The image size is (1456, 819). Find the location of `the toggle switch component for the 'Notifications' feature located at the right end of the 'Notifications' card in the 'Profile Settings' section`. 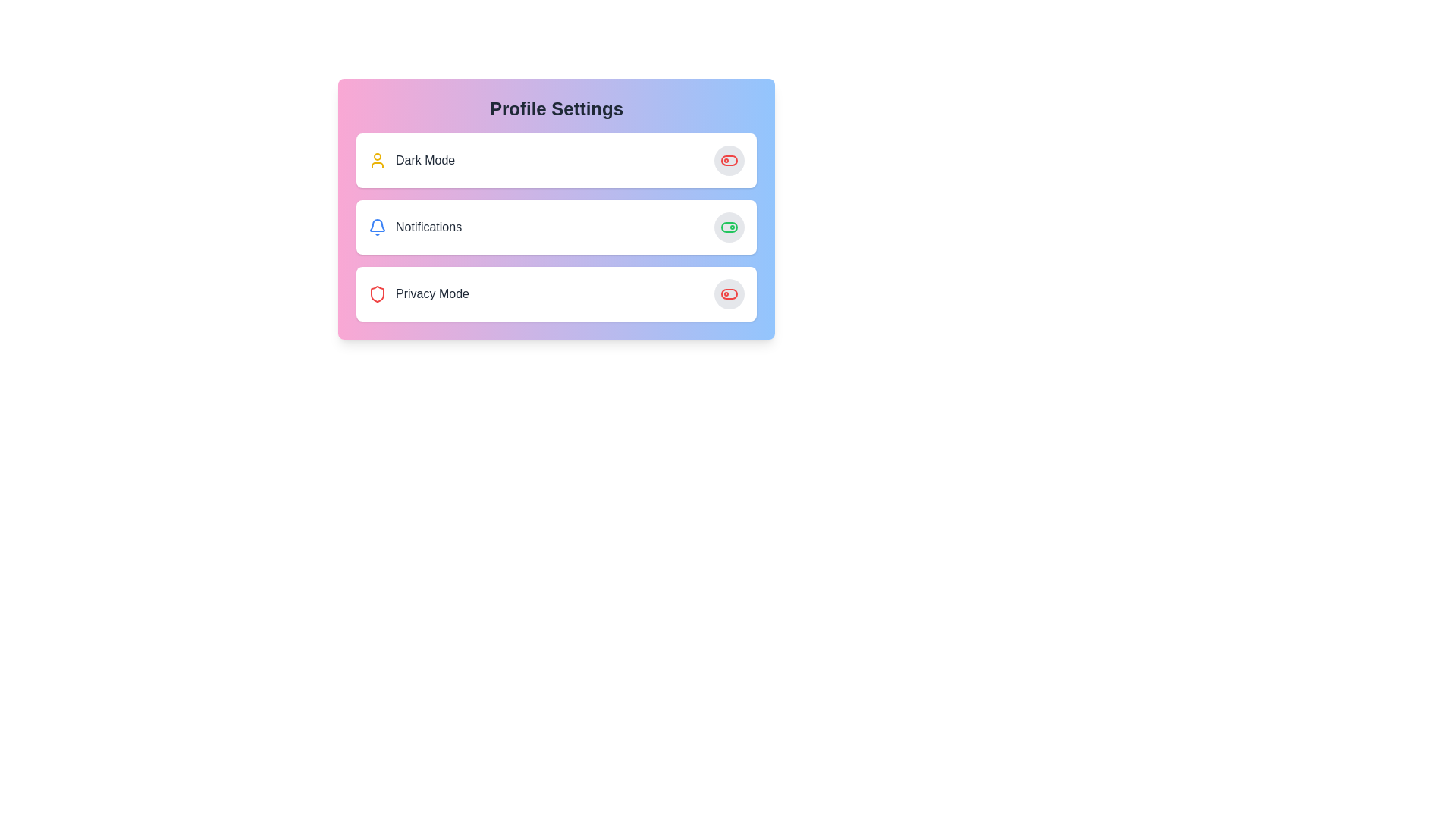

the toggle switch component for the 'Notifications' feature located at the right end of the 'Notifications' card in the 'Profile Settings' section is located at coordinates (729, 227).